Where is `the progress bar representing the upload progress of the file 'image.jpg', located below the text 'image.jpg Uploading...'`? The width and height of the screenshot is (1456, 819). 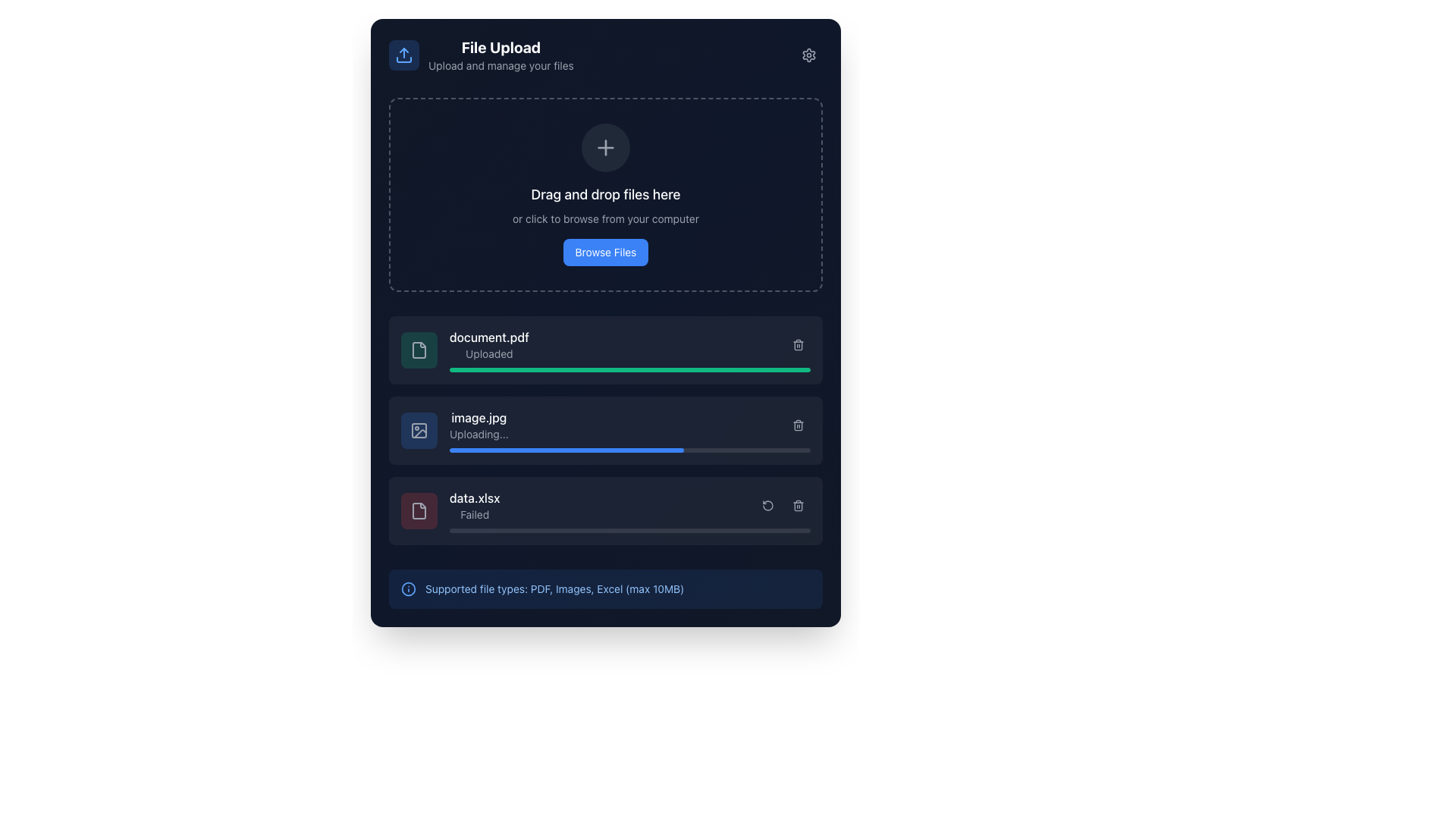
the progress bar representing the upload progress of the file 'image.jpg', located below the text 'image.jpg Uploading...' is located at coordinates (629, 450).